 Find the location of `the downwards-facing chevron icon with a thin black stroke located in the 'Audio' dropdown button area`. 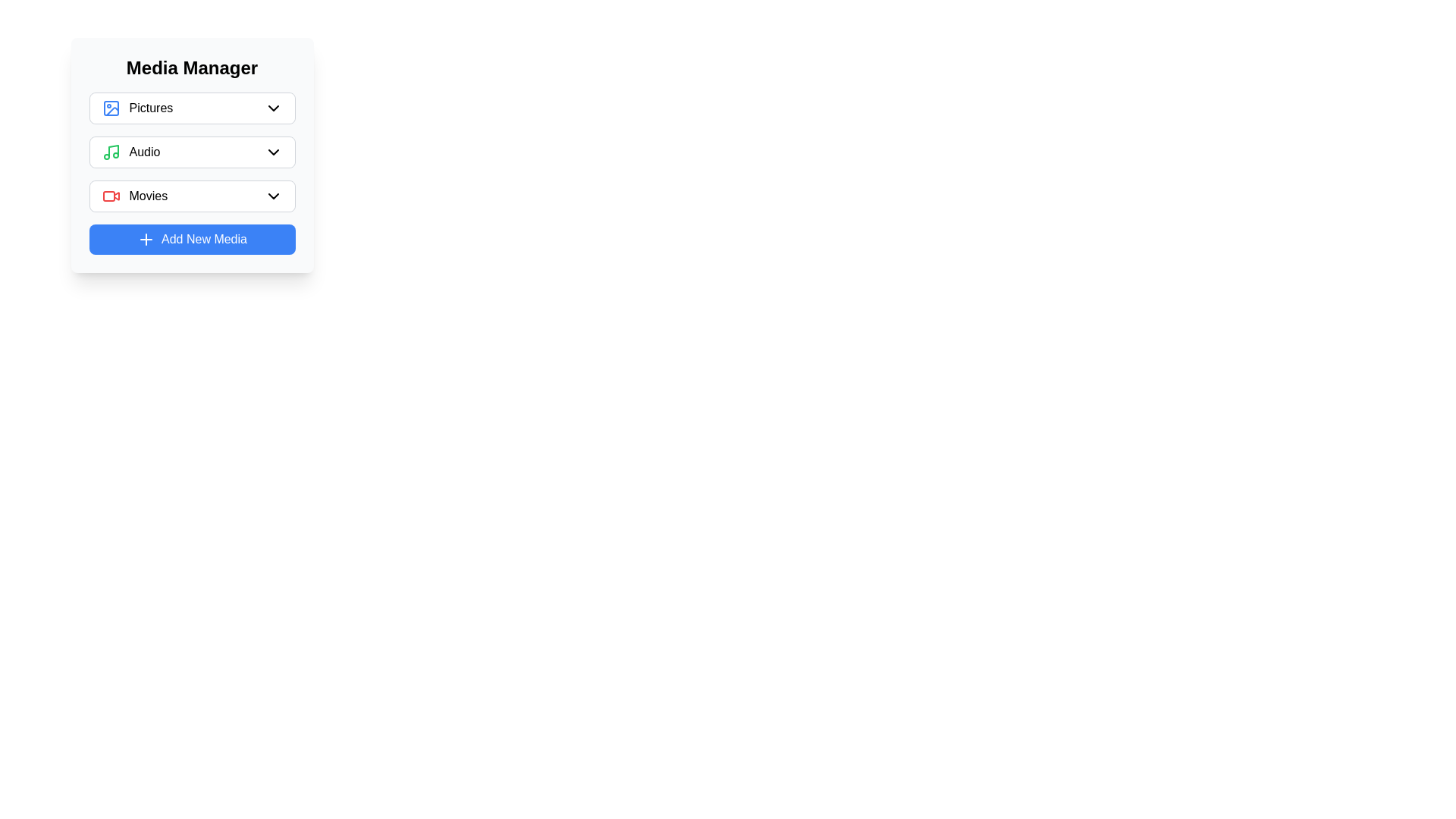

the downwards-facing chevron icon with a thin black stroke located in the 'Audio' dropdown button area is located at coordinates (273, 152).